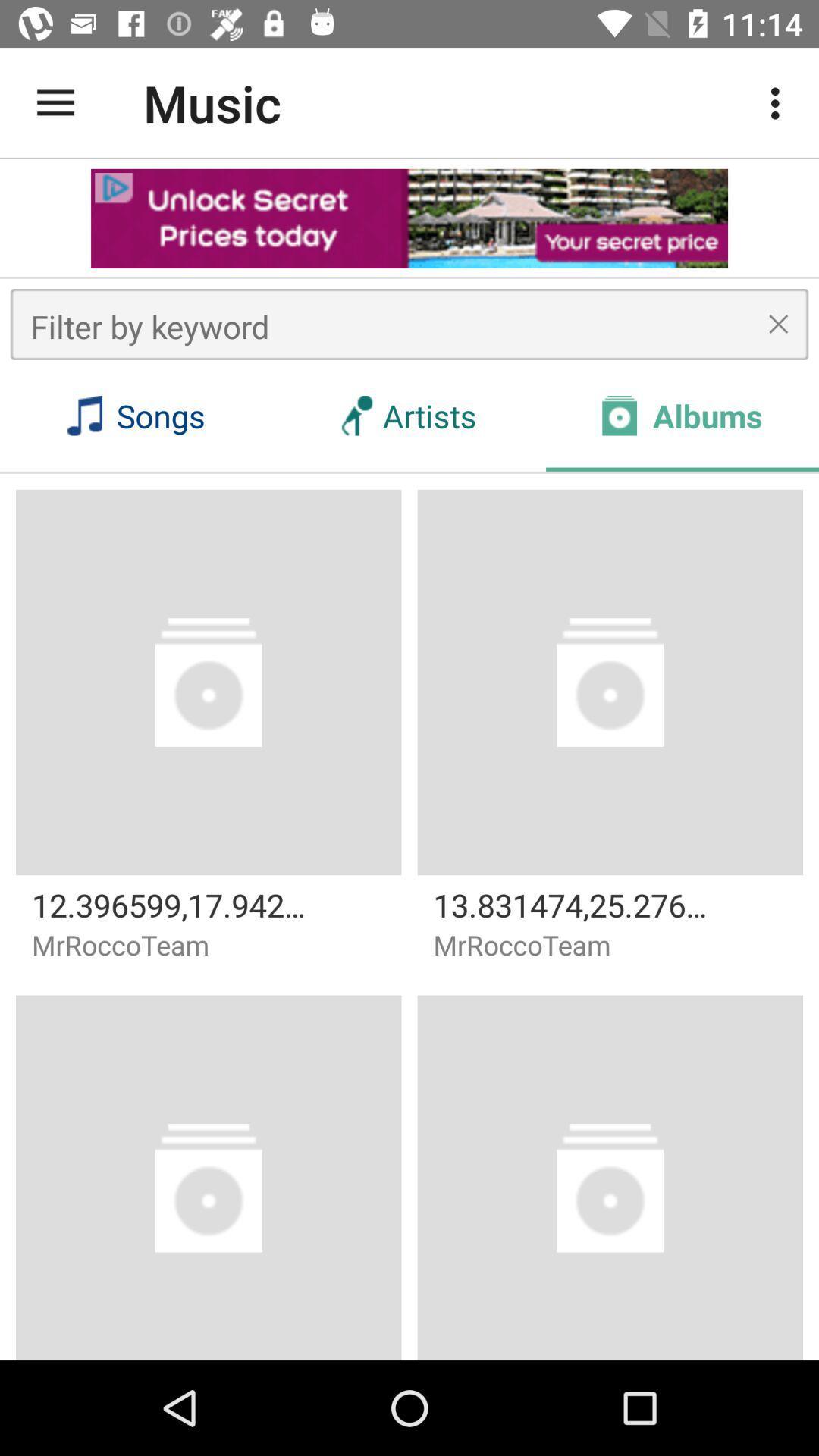 Image resolution: width=819 pixels, height=1456 pixels. What do you see at coordinates (610, 682) in the screenshot?
I see `the image below the tab albums on the web page` at bounding box center [610, 682].